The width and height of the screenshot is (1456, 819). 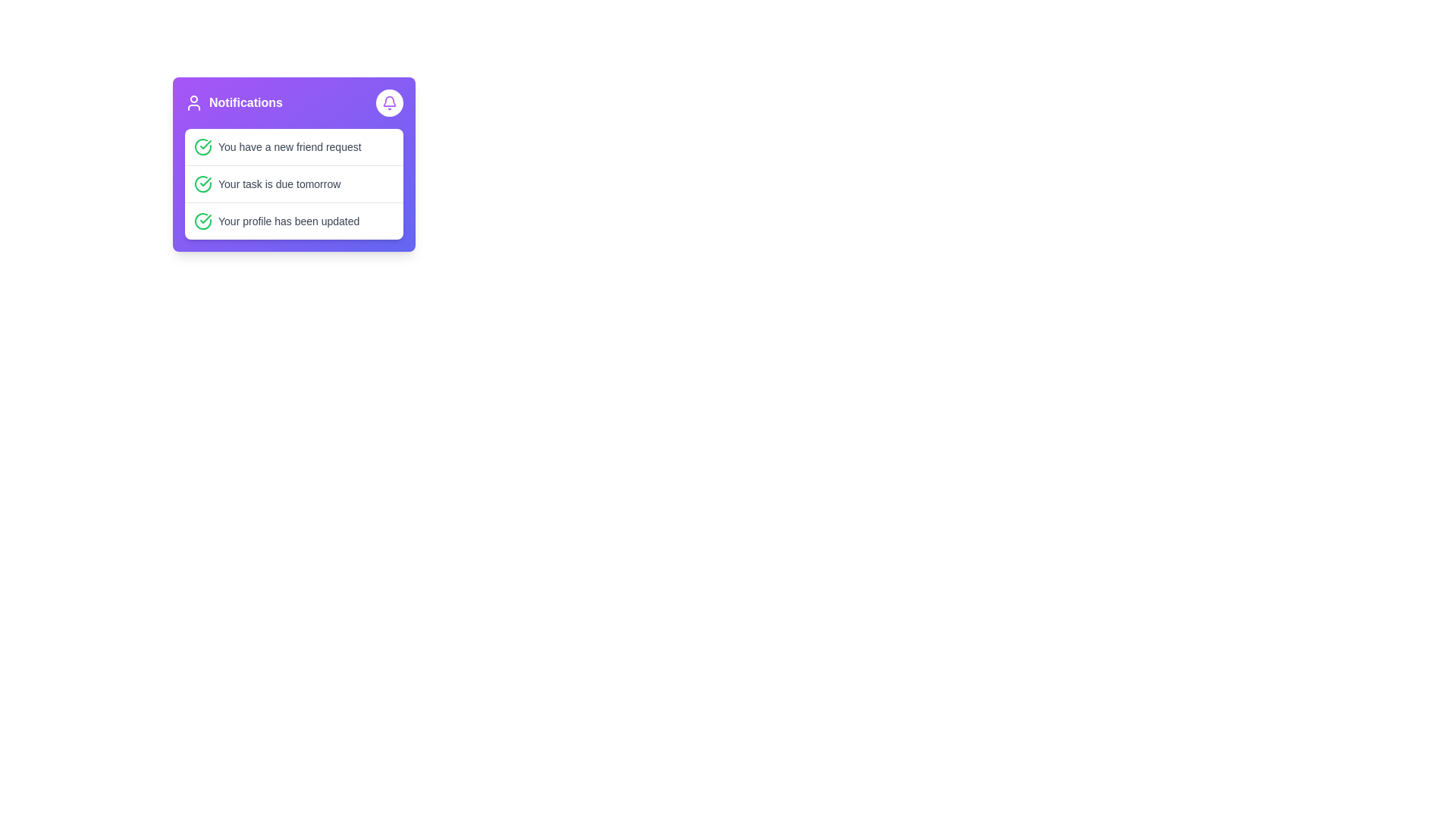 I want to click on the text label displaying 'Your profile has been updated', which is located at the bottom of the notification list and aligned with a green check mark icon, so click(x=289, y=221).